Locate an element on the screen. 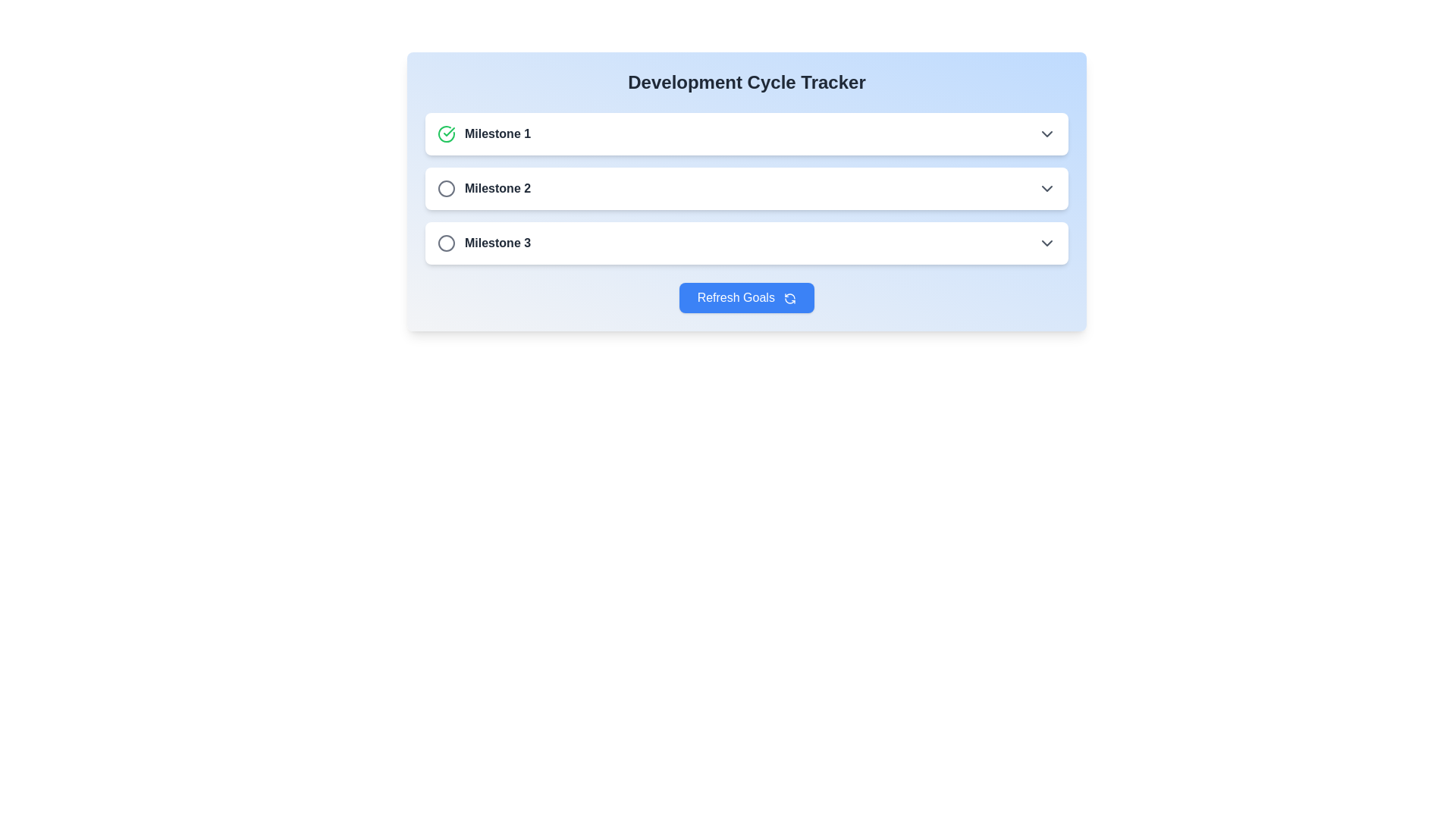 The height and width of the screenshot is (819, 1456). text label 'Milestone 1', which is styled in bold and slightly dark gray, located towards the top of the vertical list and horizontally aligned with a green checkmark icon is located at coordinates (497, 133).